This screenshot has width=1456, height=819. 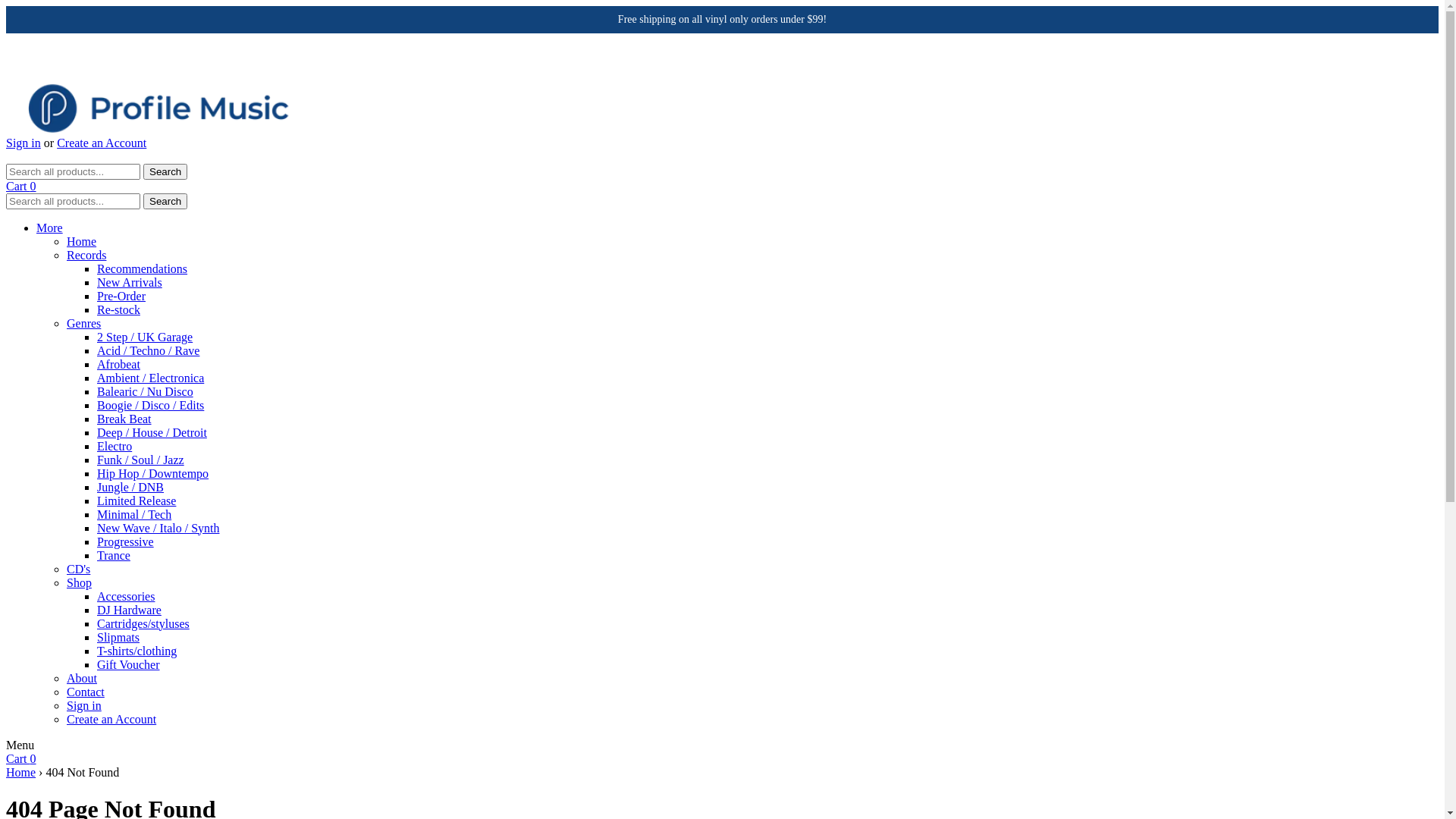 I want to click on 'Balearic / Nu Disco', so click(x=145, y=391).